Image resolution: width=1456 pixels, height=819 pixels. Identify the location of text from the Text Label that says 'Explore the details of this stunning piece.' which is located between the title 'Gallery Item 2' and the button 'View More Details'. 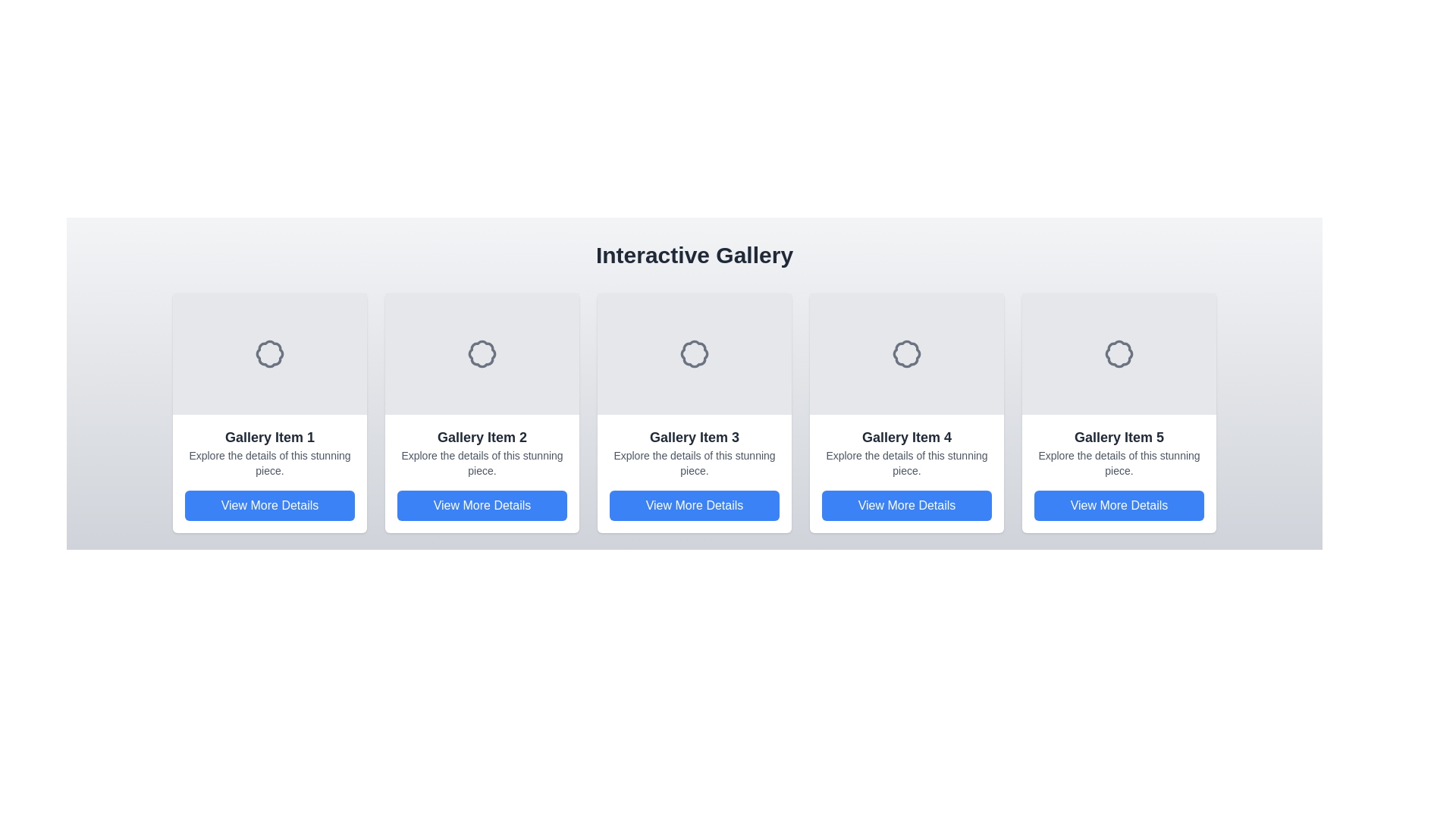
(481, 462).